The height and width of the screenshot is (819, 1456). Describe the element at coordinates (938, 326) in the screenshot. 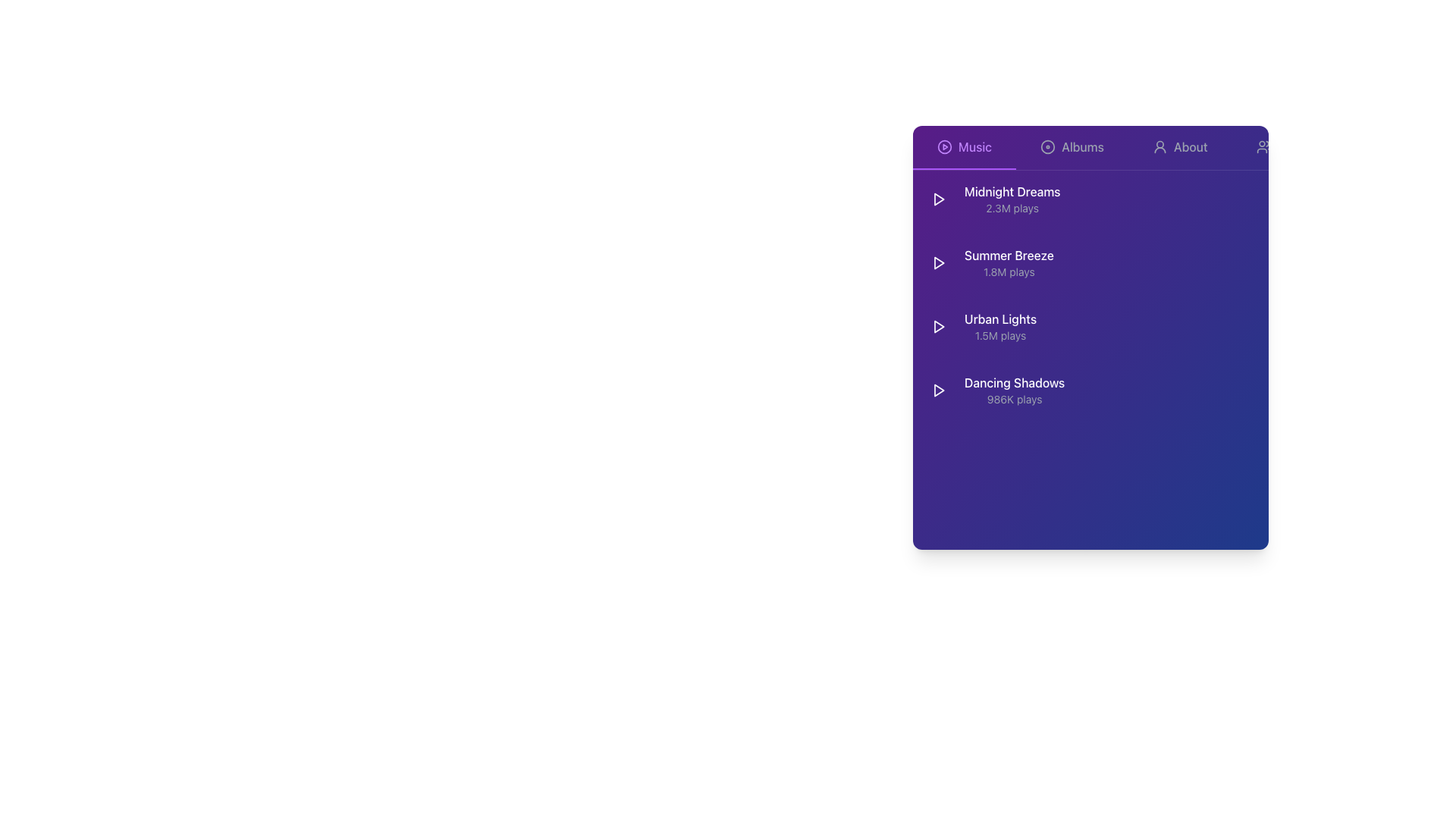

I see `the play button for the 'Urban Lights' entry in the list to initiate playback of the corresponding media item` at that location.